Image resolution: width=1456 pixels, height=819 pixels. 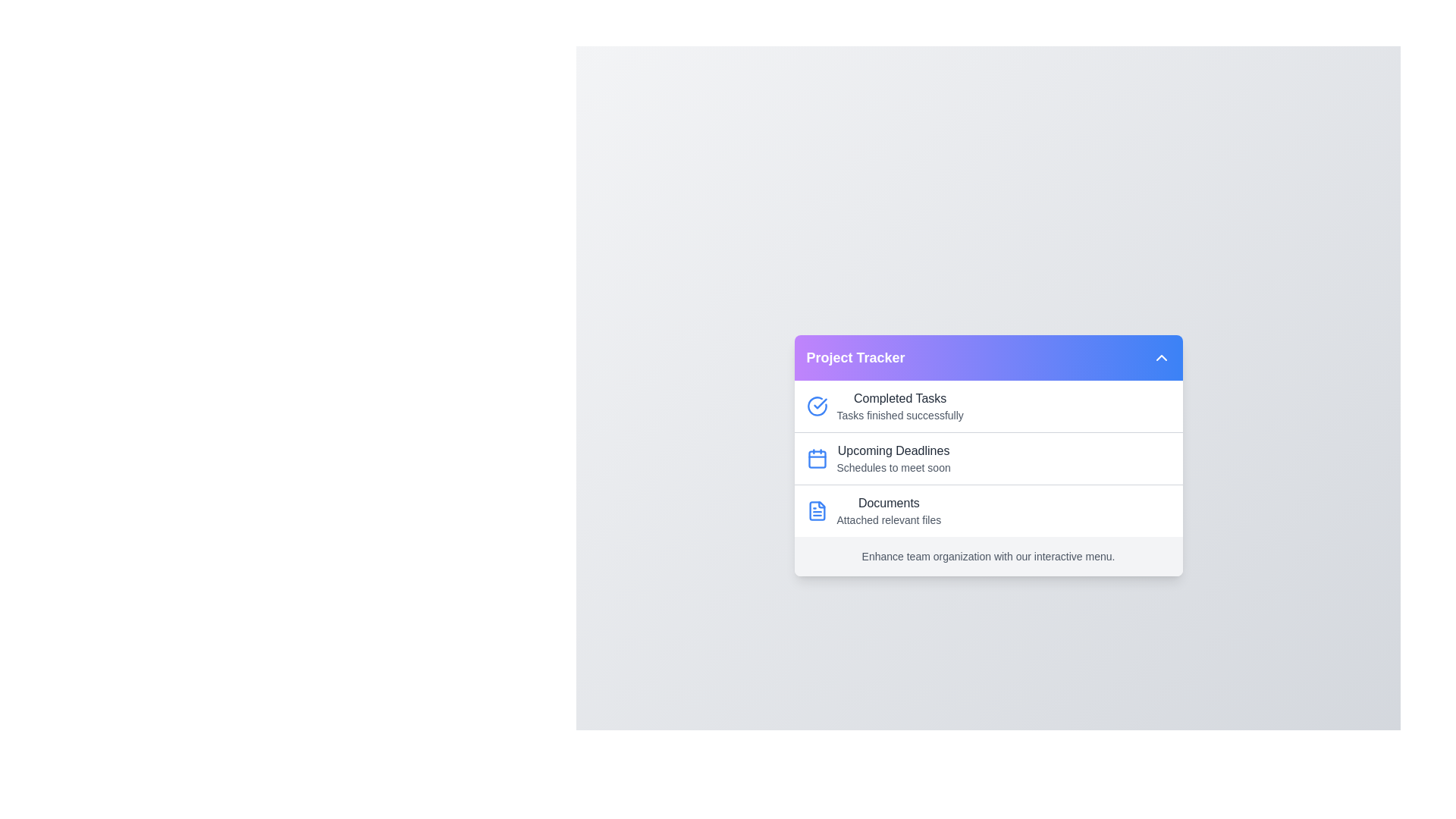 What do you see at coordinates (1160, 357) in the screenshot?
I see `the chevron button to toggle the menu open or closed` at bounding box center [1160, 357].